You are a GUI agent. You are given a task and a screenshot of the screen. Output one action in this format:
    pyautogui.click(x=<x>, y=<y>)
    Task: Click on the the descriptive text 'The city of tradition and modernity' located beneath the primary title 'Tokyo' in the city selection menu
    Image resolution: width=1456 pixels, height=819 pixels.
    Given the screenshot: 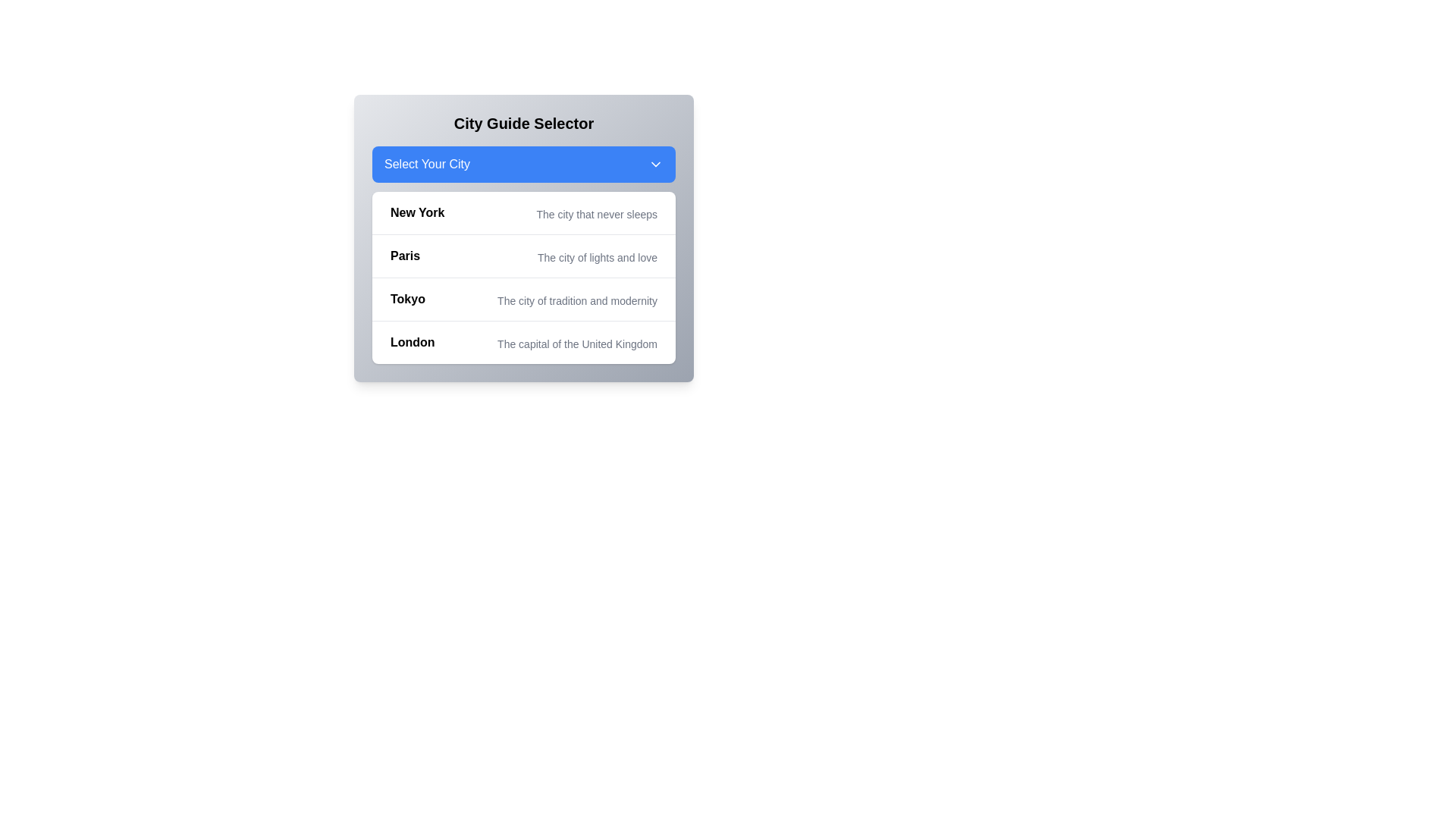 What is the action you would take?
    pyautogui.click(x=576, y=301)
    